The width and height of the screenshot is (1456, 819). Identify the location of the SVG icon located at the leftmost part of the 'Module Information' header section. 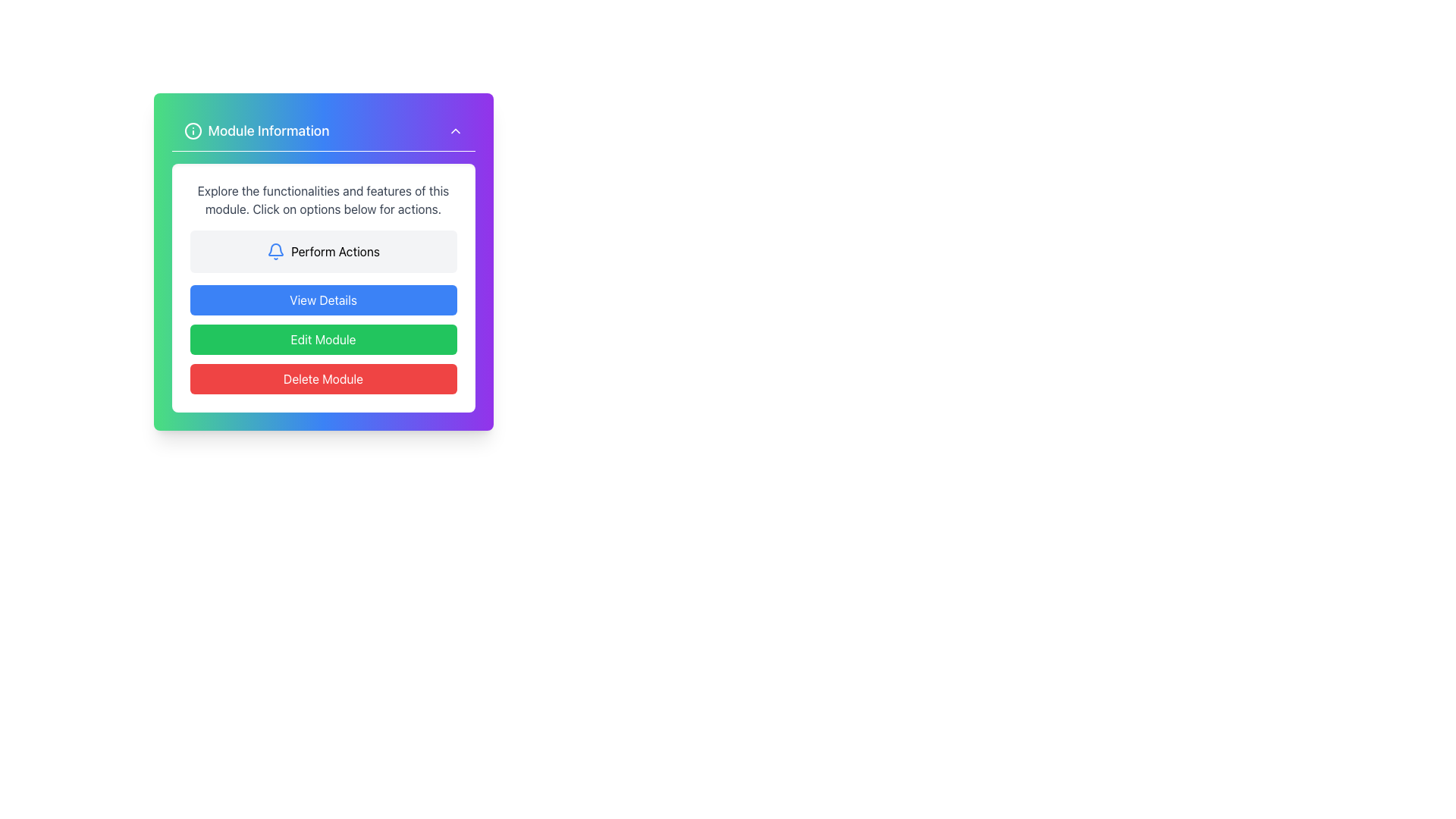
(192, 130).